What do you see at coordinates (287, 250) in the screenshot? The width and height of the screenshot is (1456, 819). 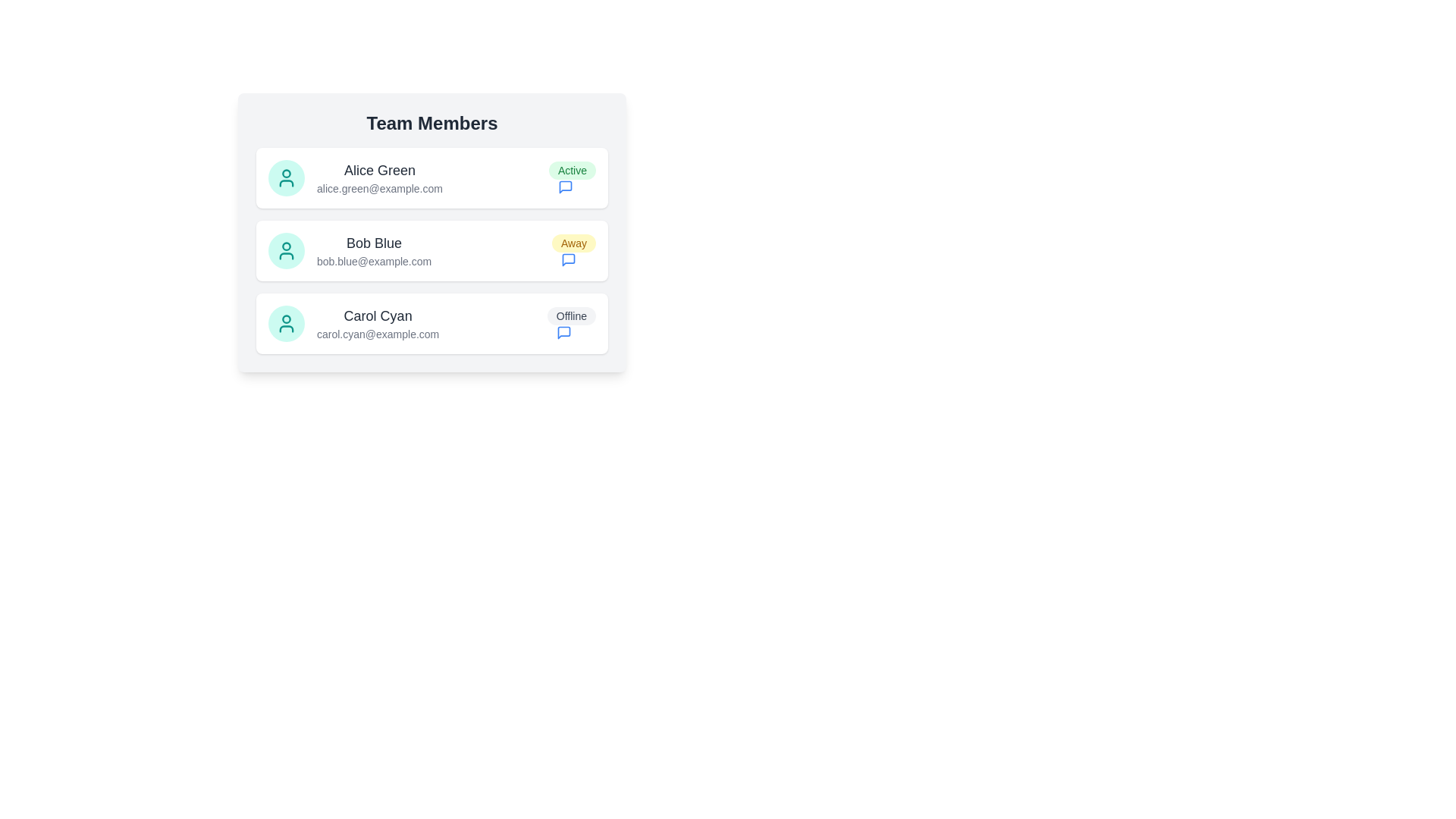 I see `the user identification icon for 'Bob Blue', which is represented as an SVG icon within a light teal circular background, located to the left of the text 'Bob Blue' and the email 'bob.blue@example.com'` at bounding box center [287, 250].